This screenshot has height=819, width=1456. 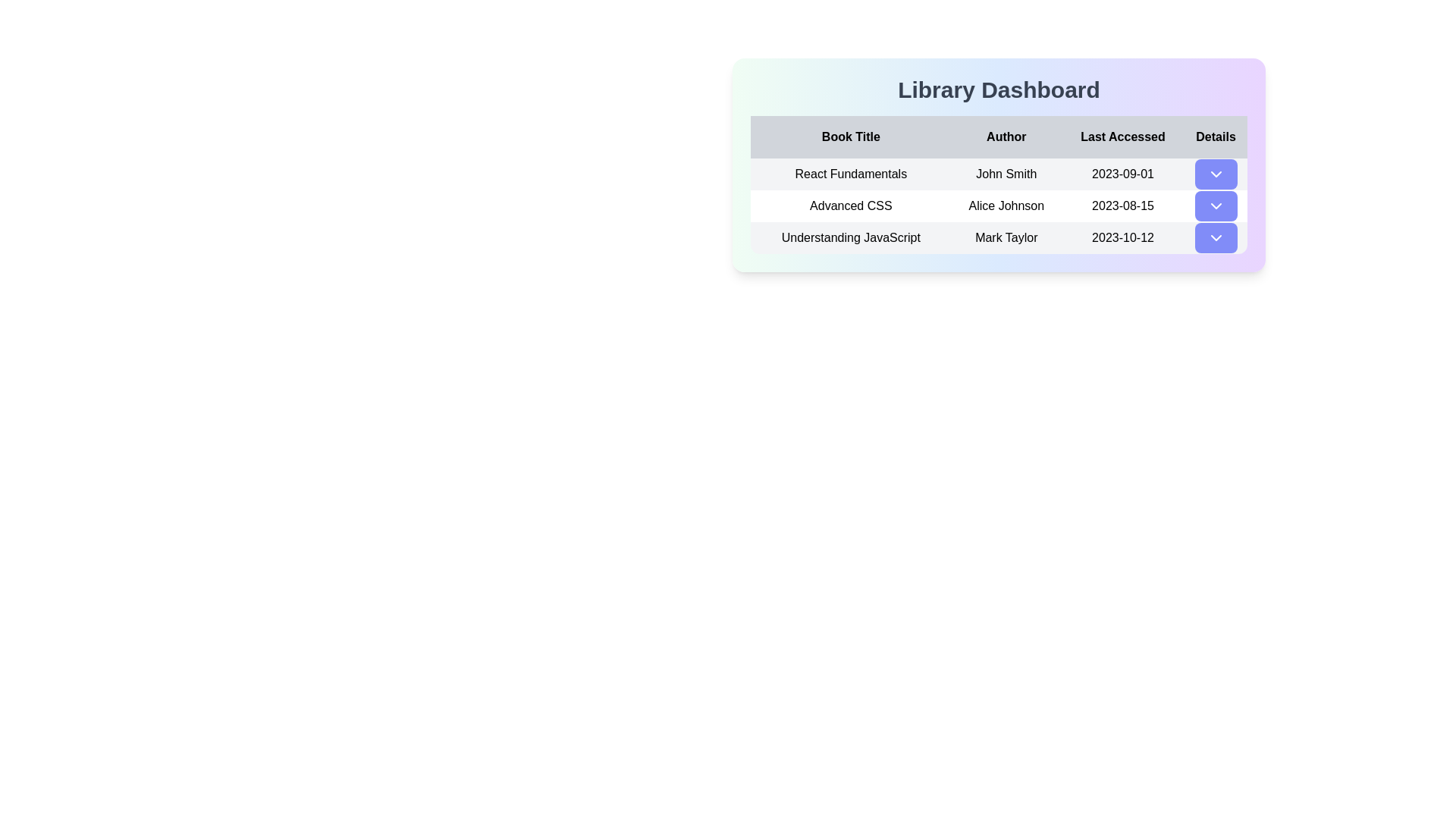 I want to click on the text label element displaying 'Author' in bold black font, which is the second column header in a table interface, so click(x=1006, y=137).